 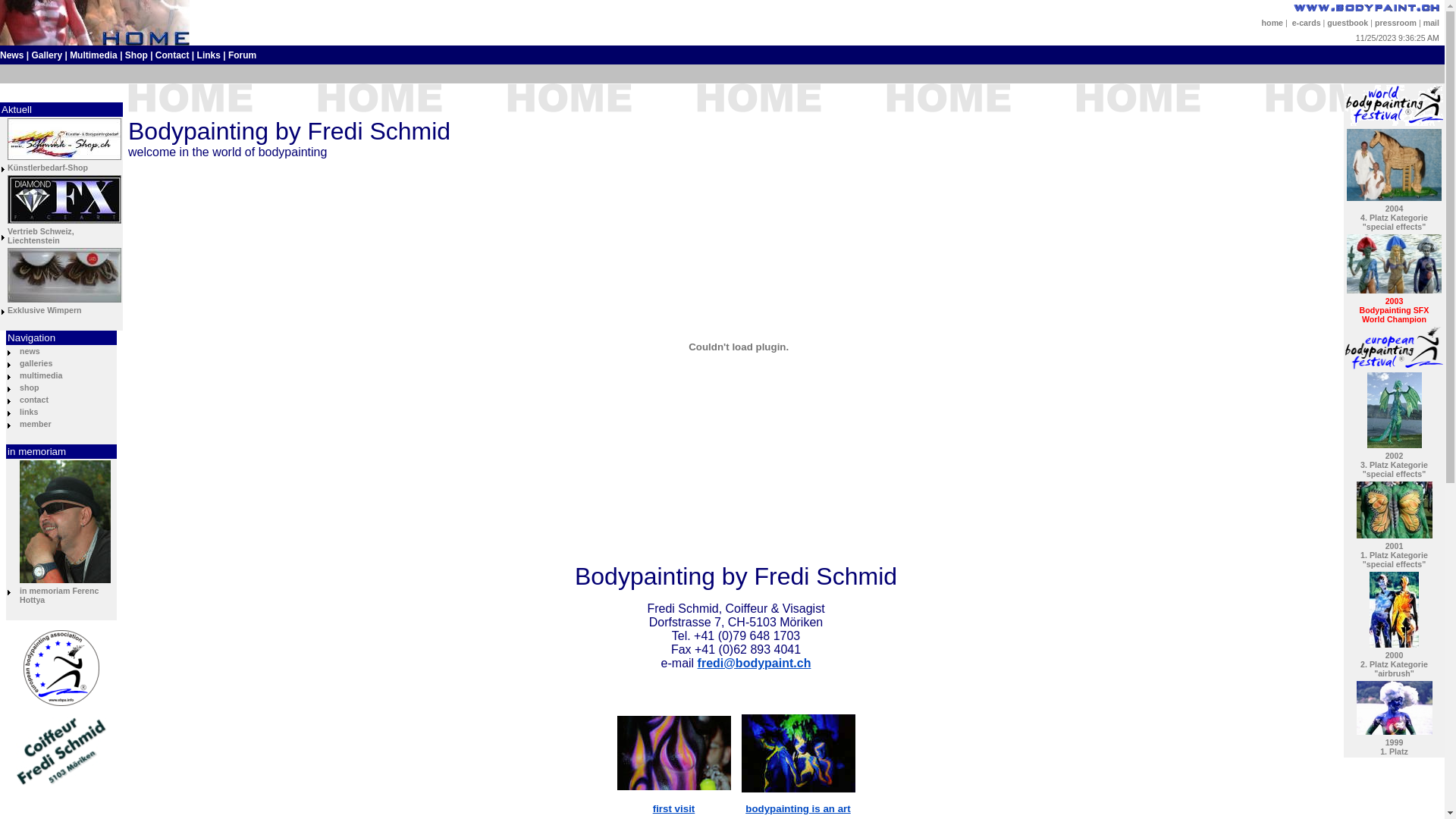 I want to click on 'Forum', so click(x=241, y=55).